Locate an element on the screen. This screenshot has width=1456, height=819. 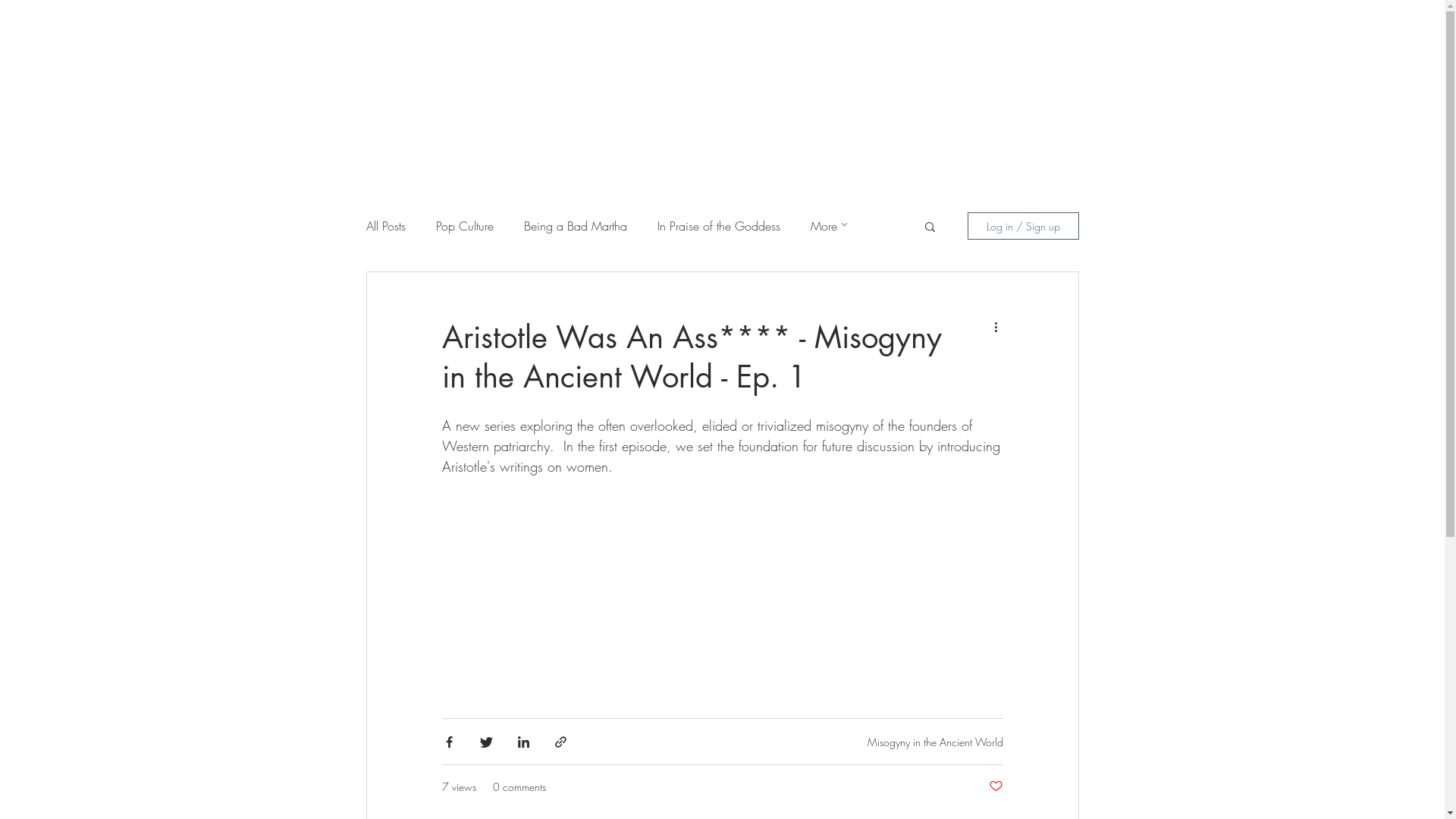
'Log in / Sign up' is located at coordinates (1023, 225).